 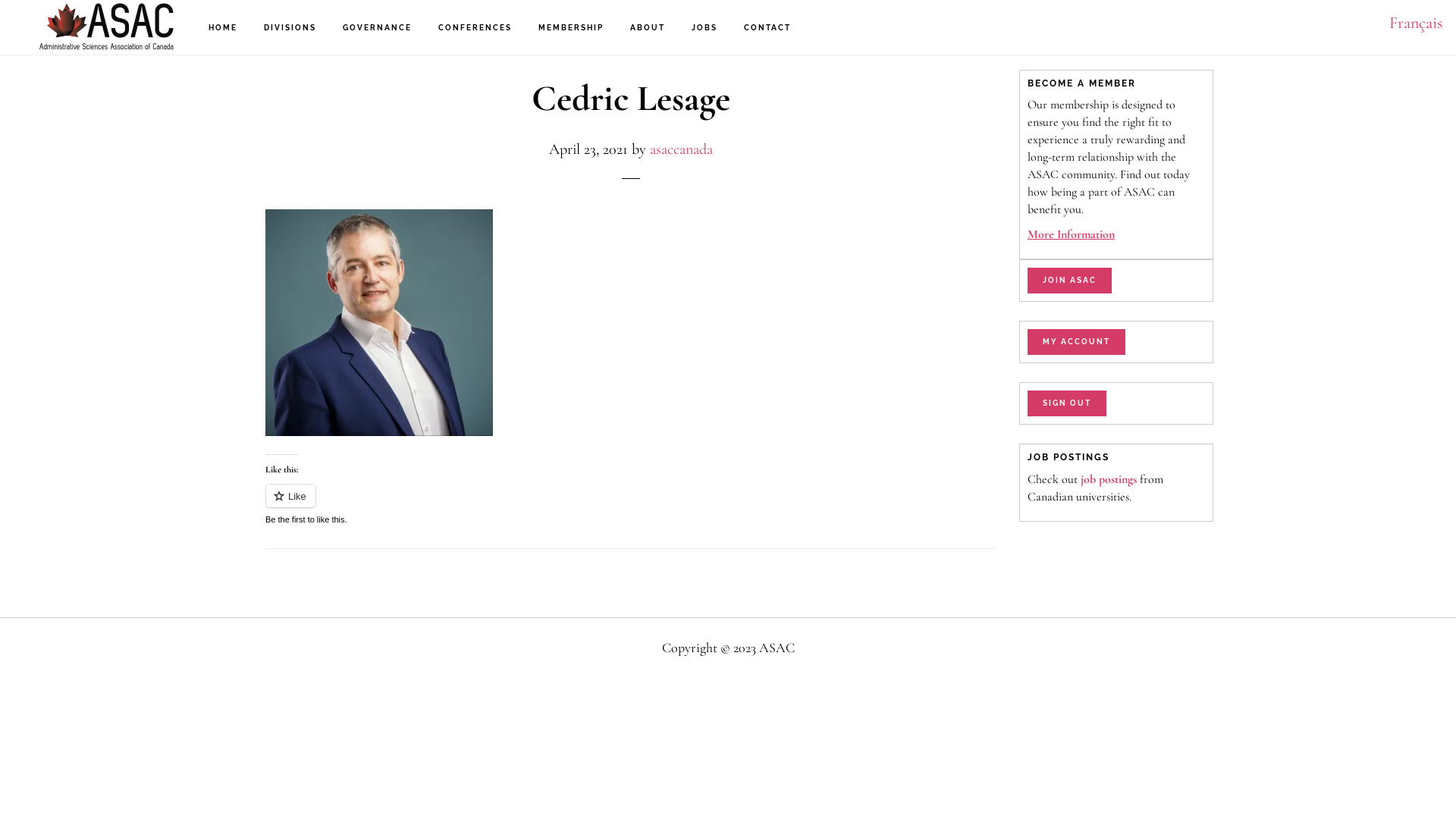 What do you see at coordinates (1116, 234) in the screenshot?
I see `'More Information'` at bounding box center [1116, 234].